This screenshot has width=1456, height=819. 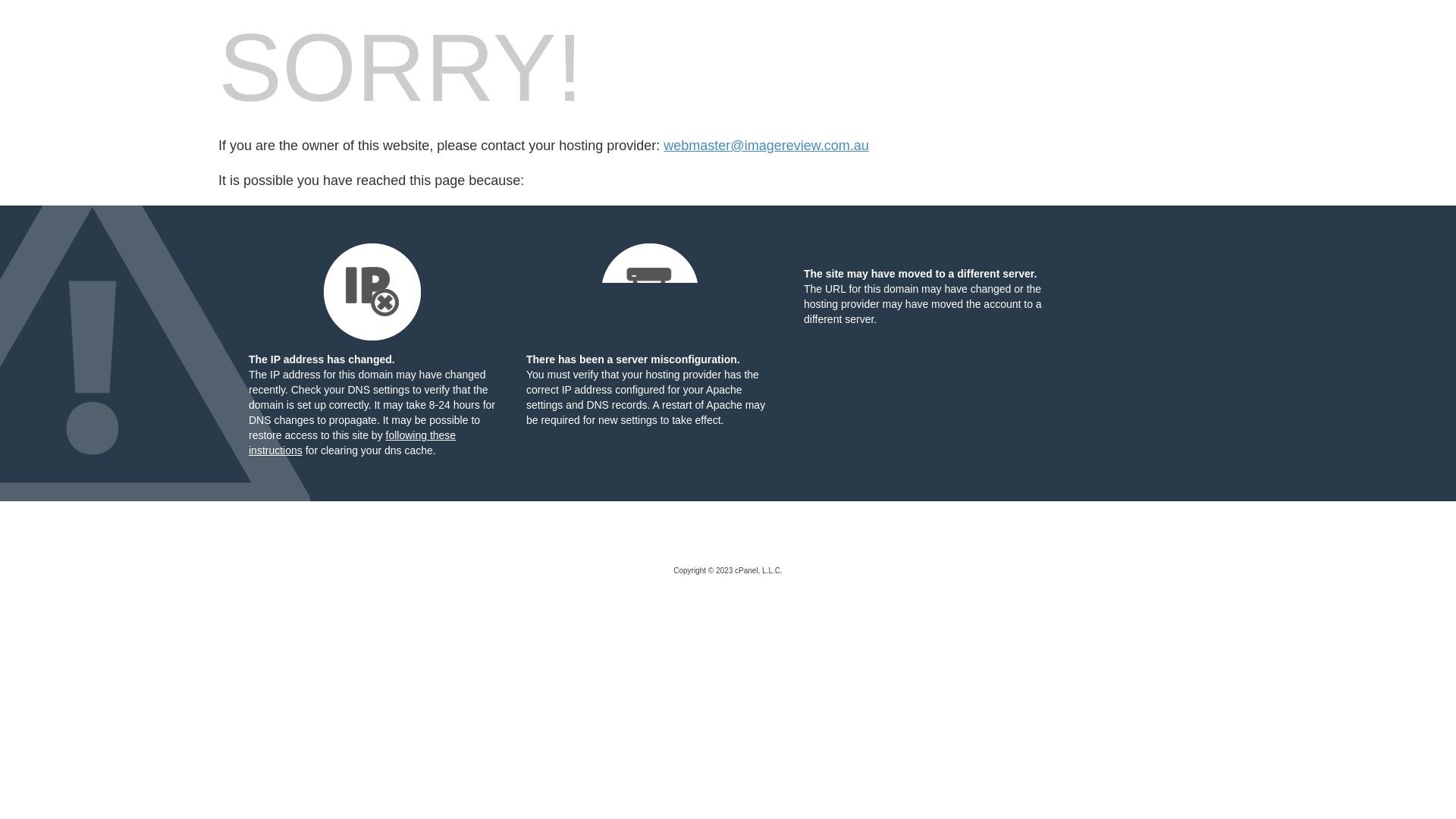 What do you see at coordinates (351, 442) in the screenshot?
I see `'following these instructions'` at bounding box center [351, 442].